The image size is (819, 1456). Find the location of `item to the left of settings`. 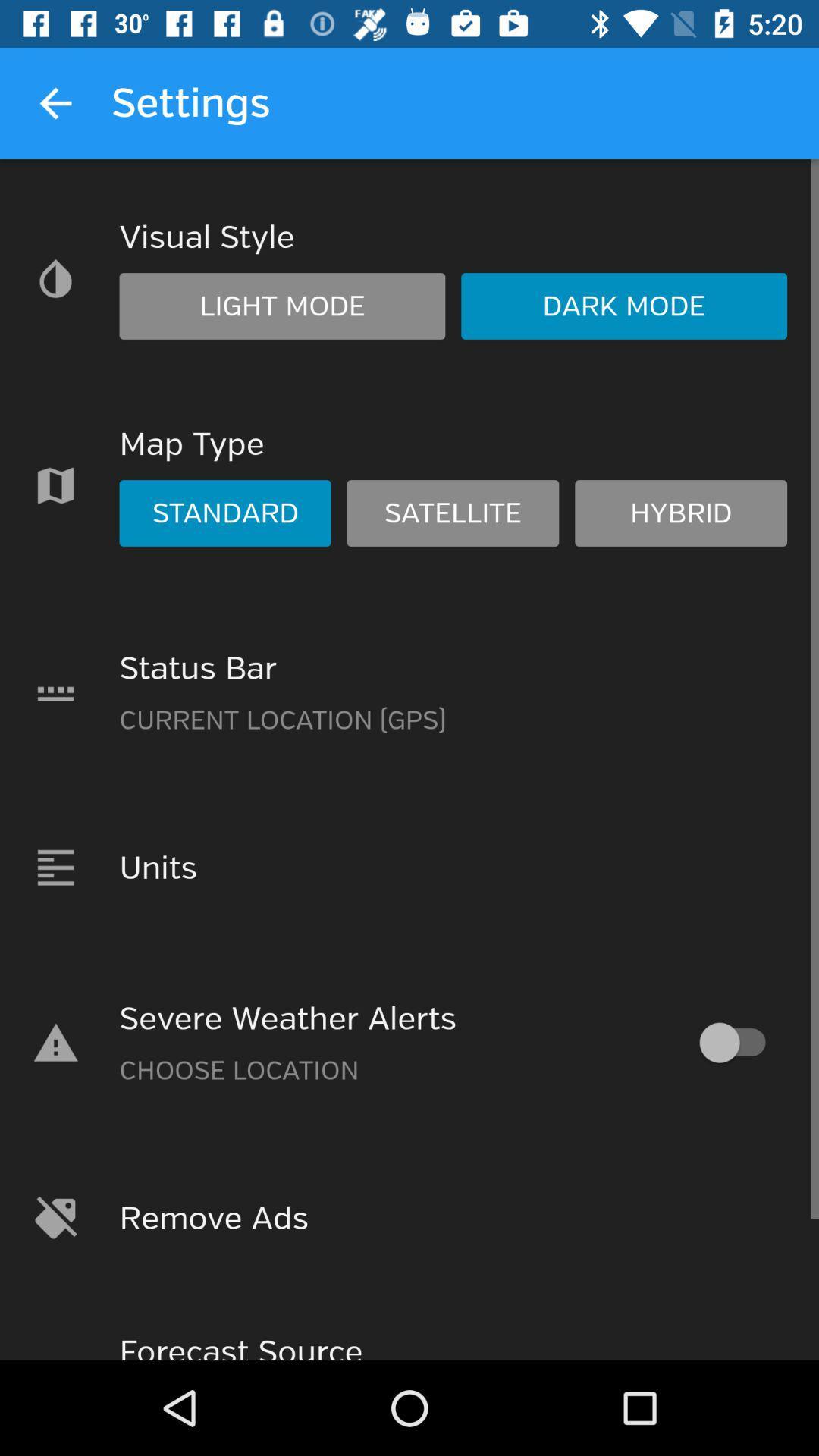

item to the left of settings is located at coordinates (55, 102).